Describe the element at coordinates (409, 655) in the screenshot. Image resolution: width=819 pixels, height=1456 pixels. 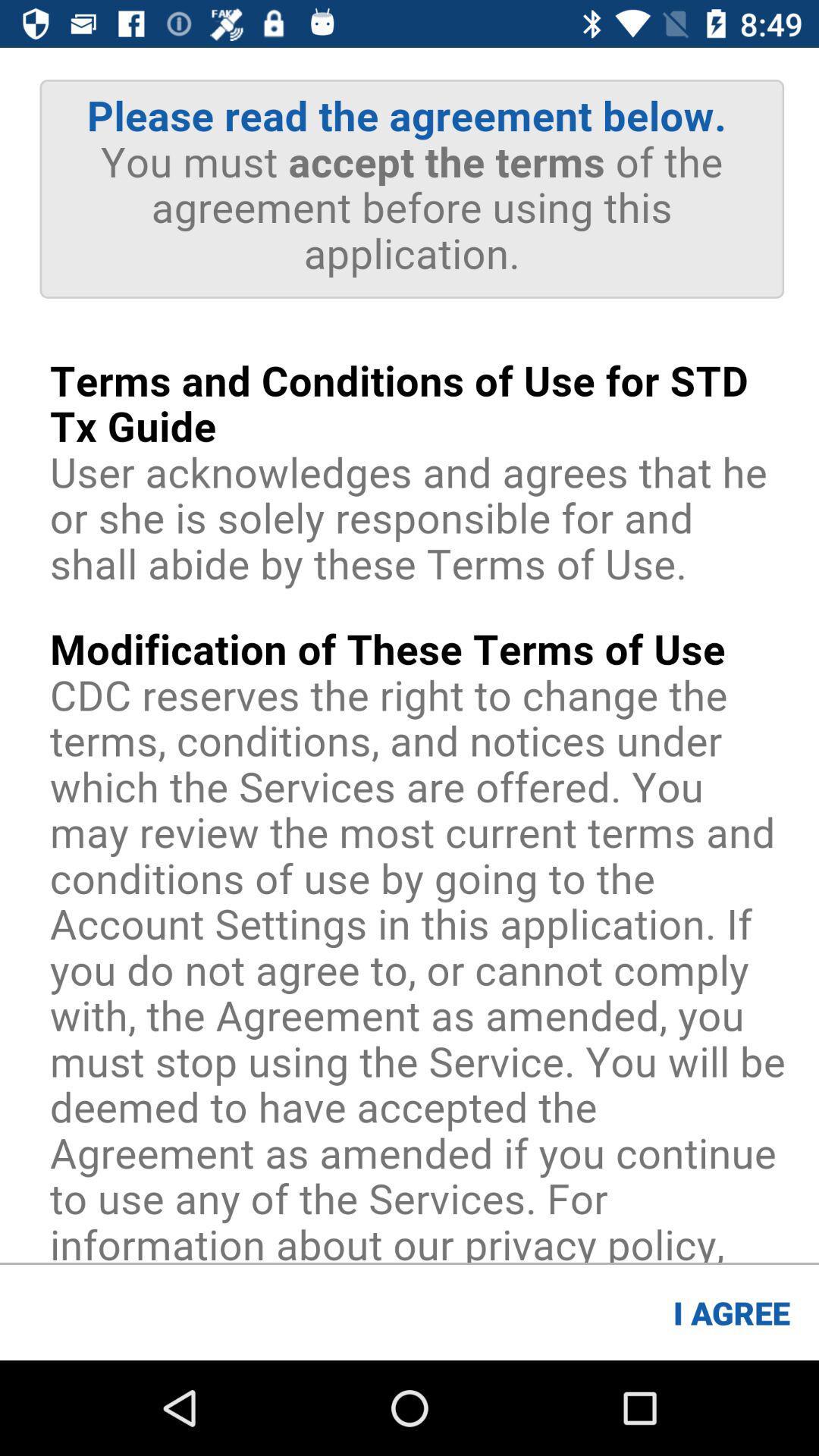
I see `see they image` at that location.